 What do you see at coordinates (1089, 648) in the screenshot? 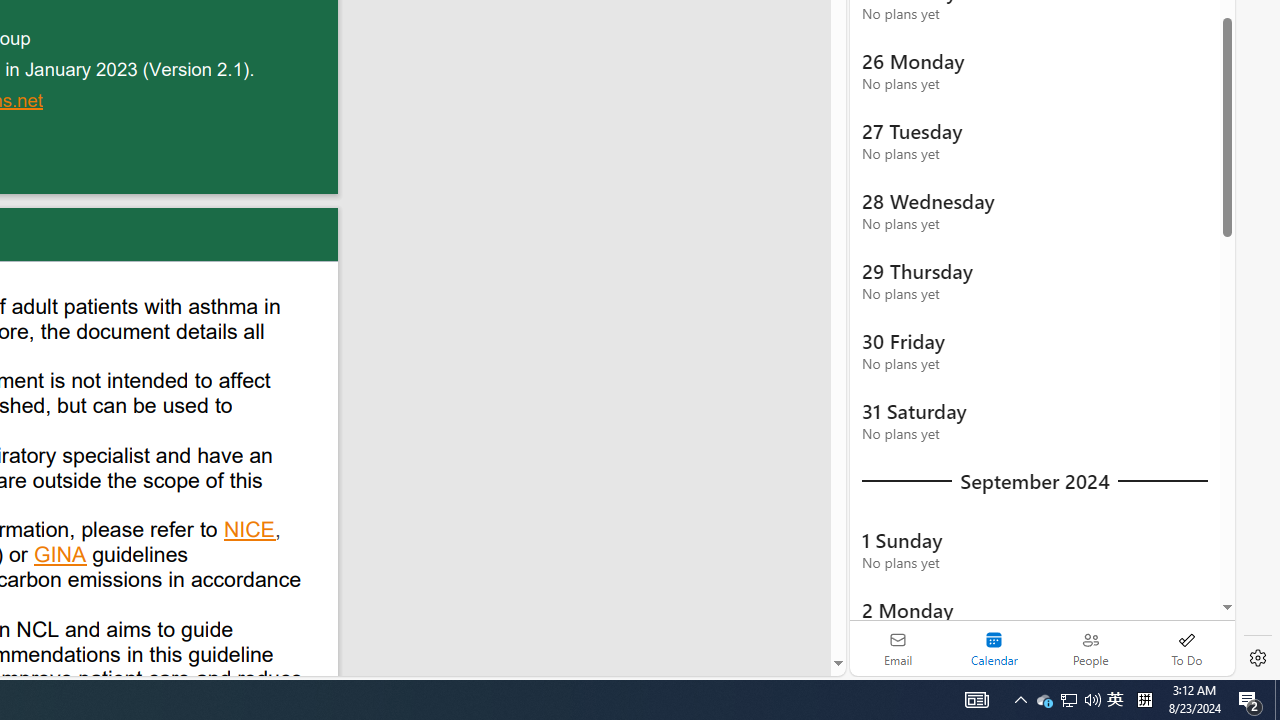
I see `'People'` at bounding box center [1089, 648].